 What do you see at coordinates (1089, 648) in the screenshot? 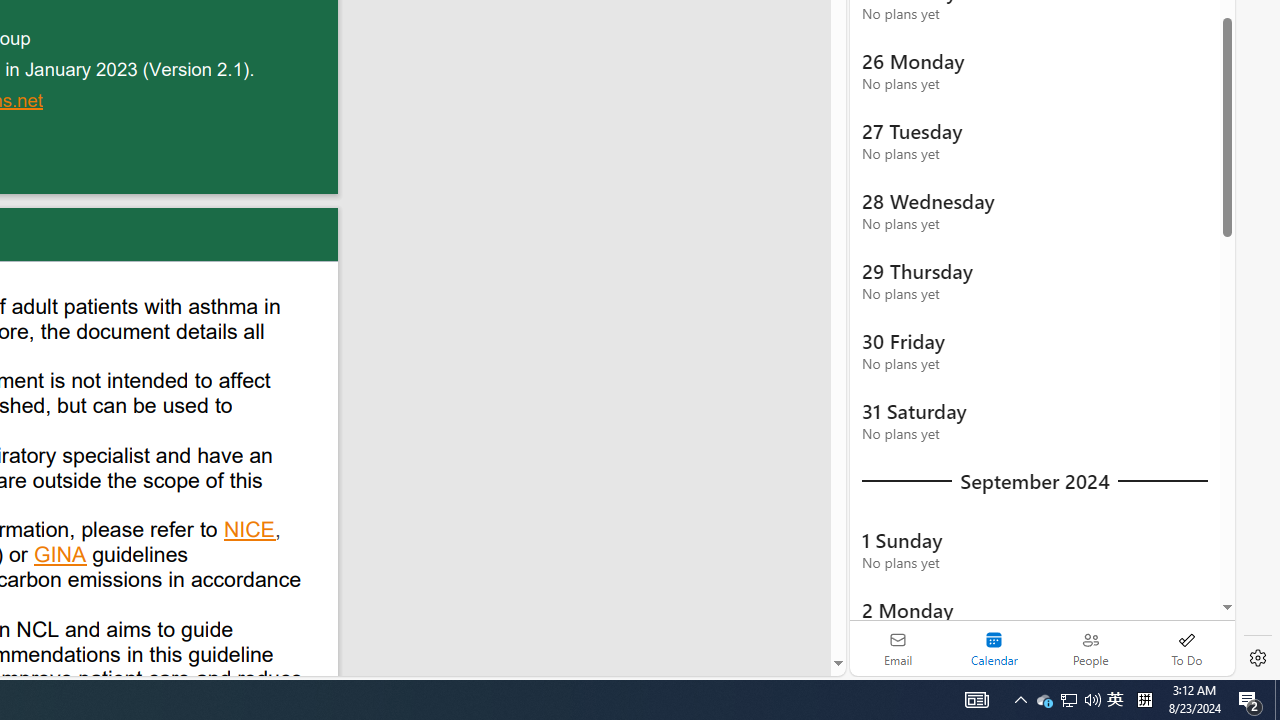
I see `'People'` at bounding box center [1089, 648].